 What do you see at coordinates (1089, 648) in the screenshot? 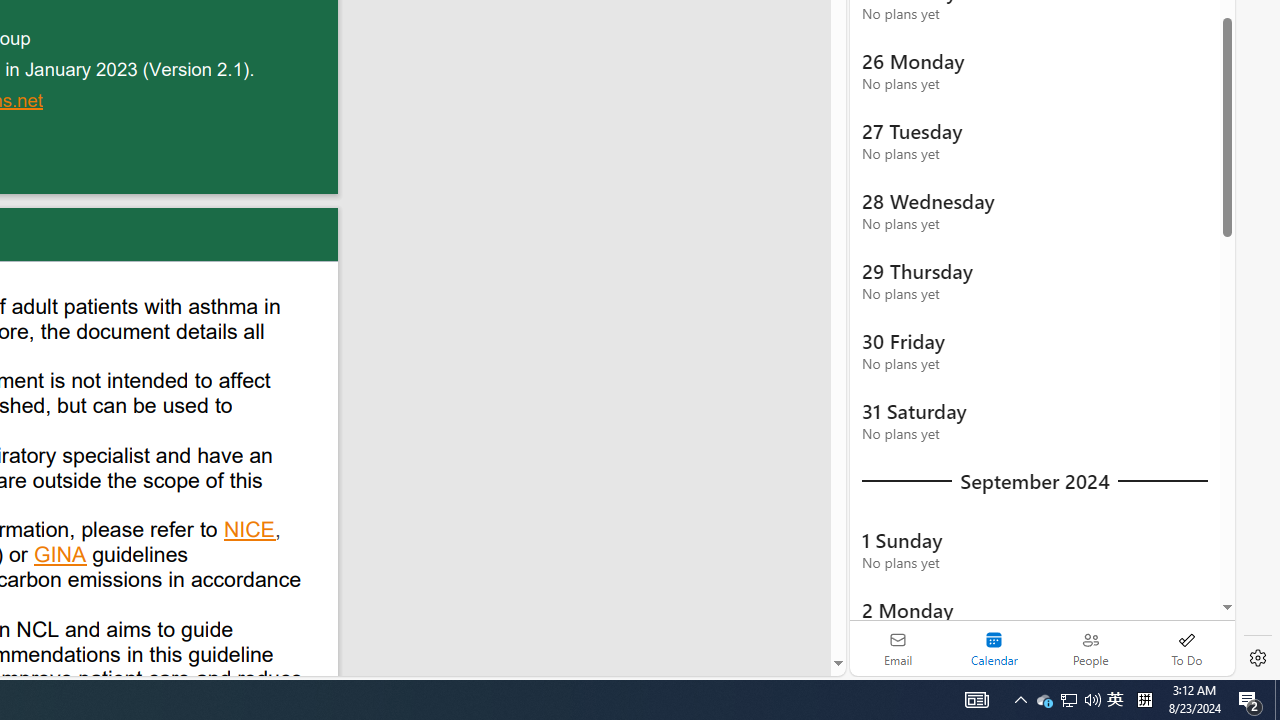
I see `'People'` at bounding box center [1089, 648].